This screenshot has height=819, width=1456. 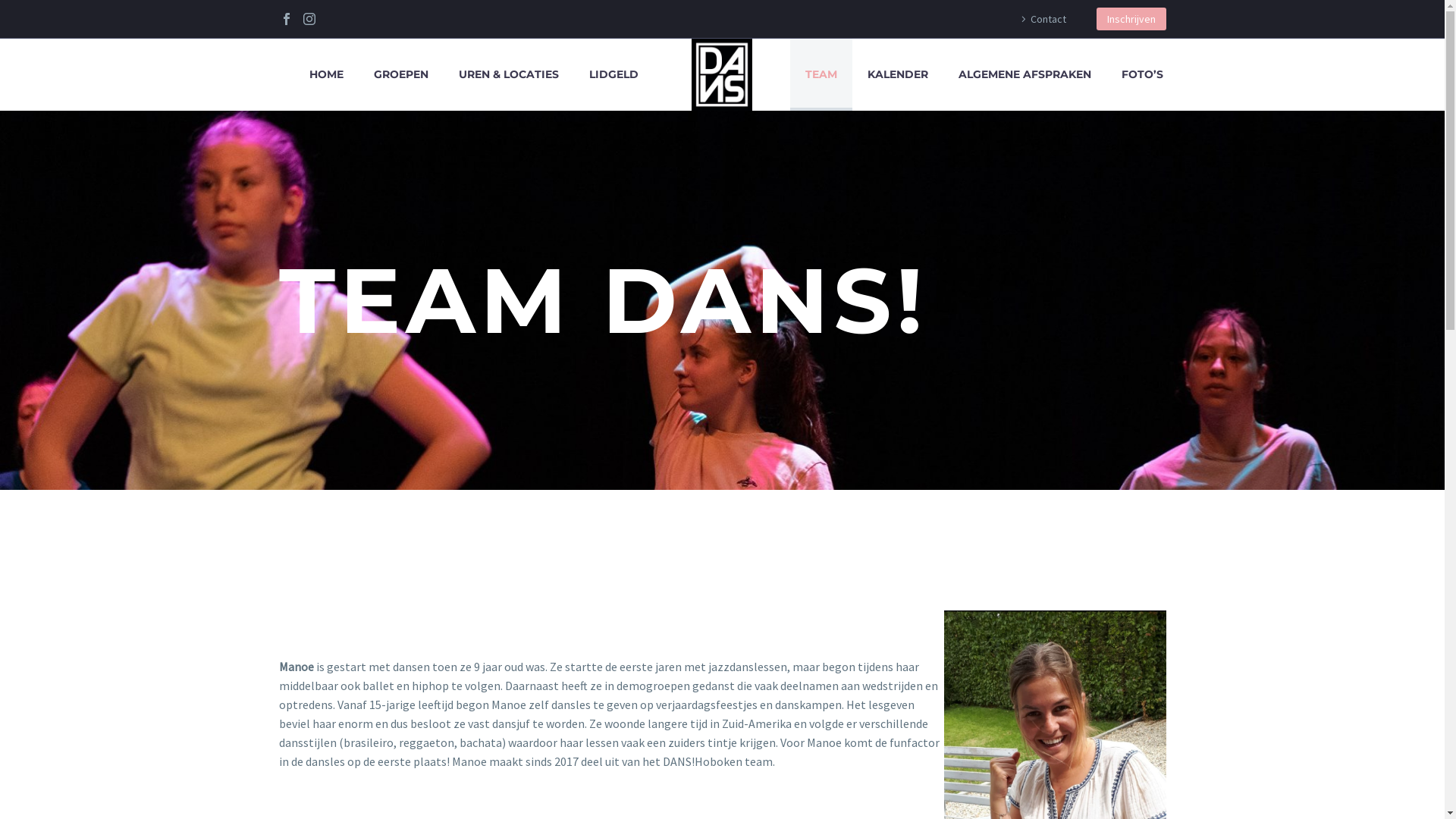 What do you see at coordinates (308, 18) in the screenshot?
I see `'Instagram'` at bounding box center [308, 18].